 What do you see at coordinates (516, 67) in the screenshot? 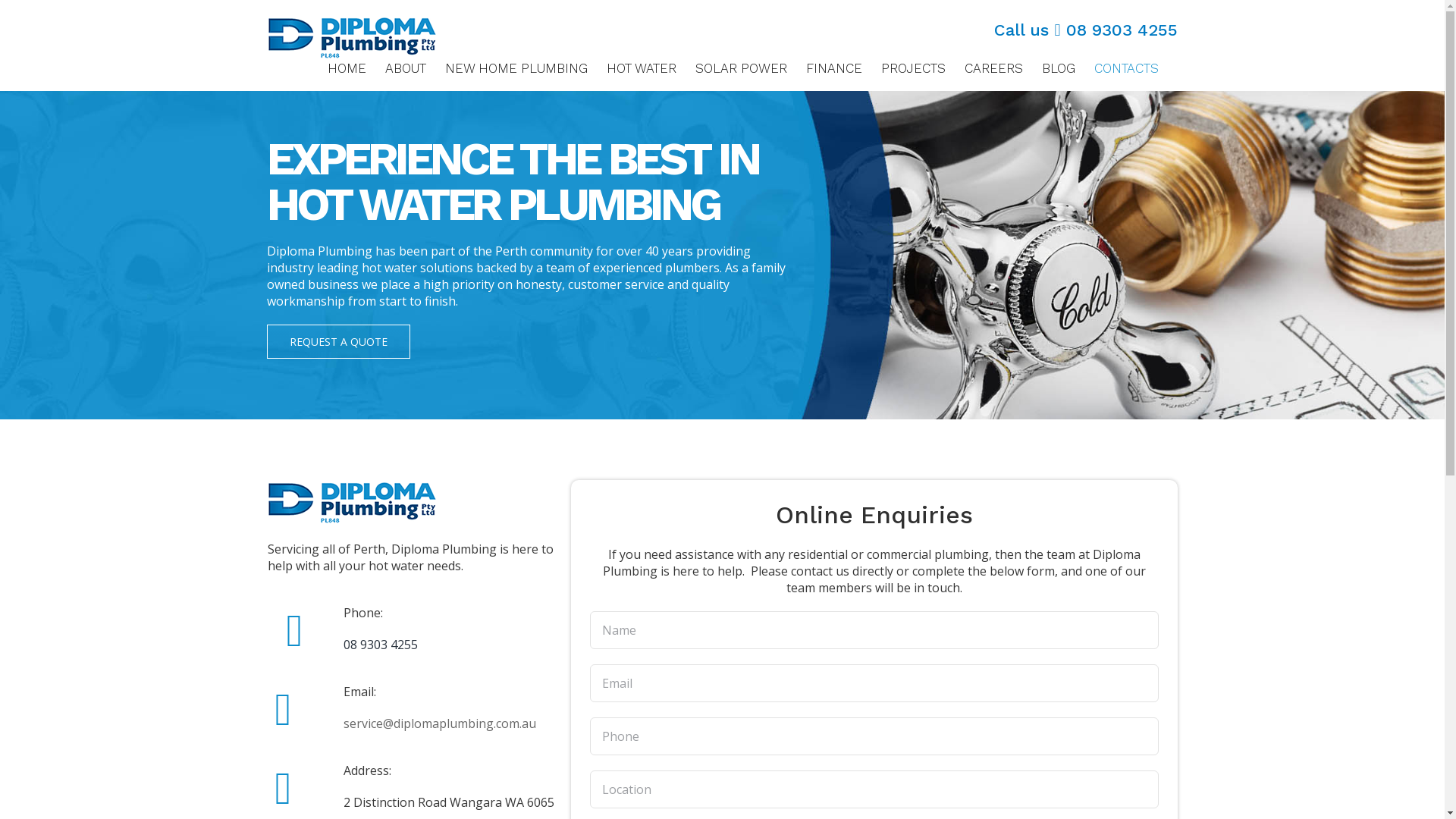
I see `'NEW HOME PLUMBING'` at bounding box center [516, 67].